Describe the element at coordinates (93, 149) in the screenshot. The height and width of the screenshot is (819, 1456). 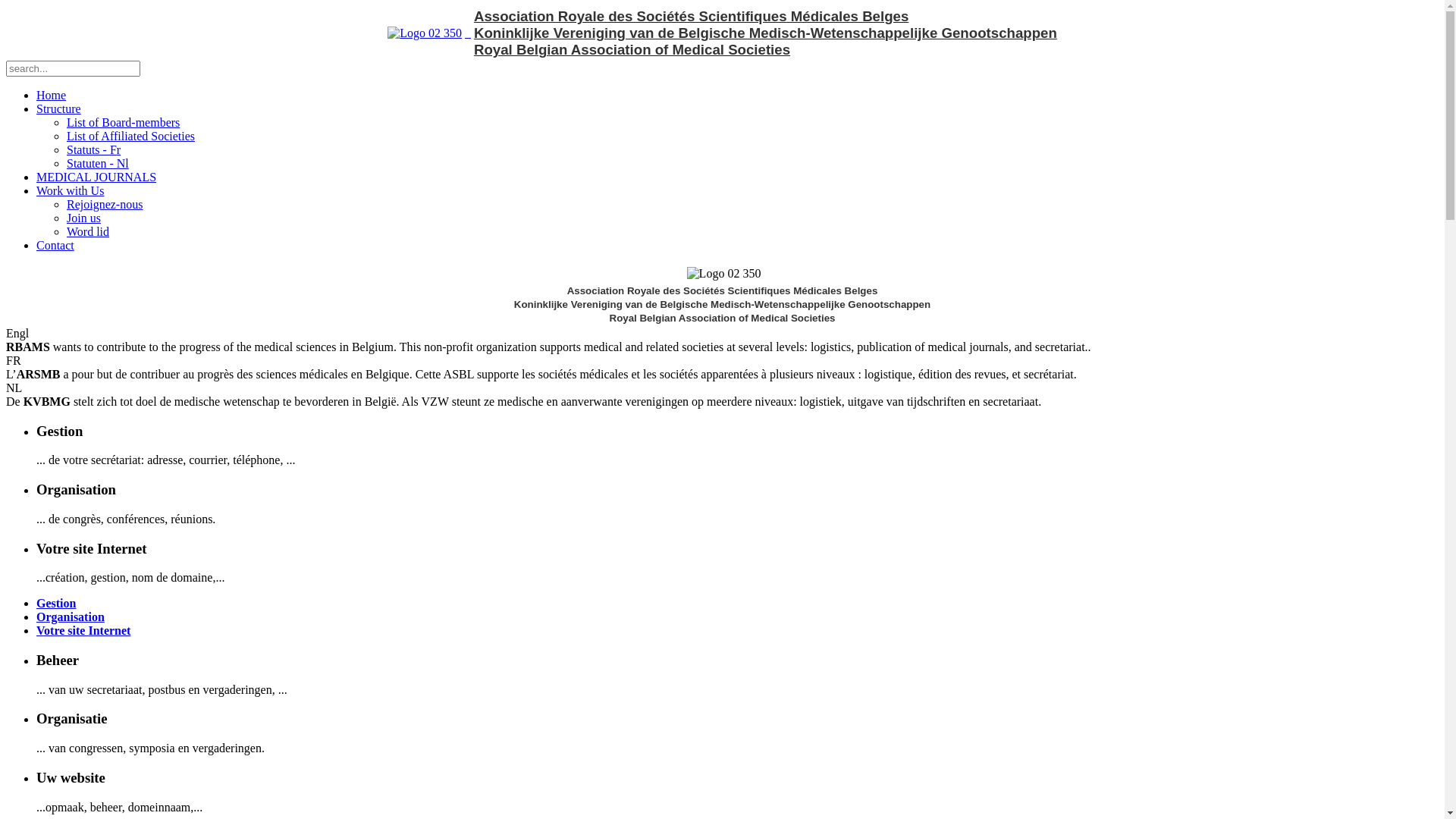
I see `'Statuts - Fr'` at that location.